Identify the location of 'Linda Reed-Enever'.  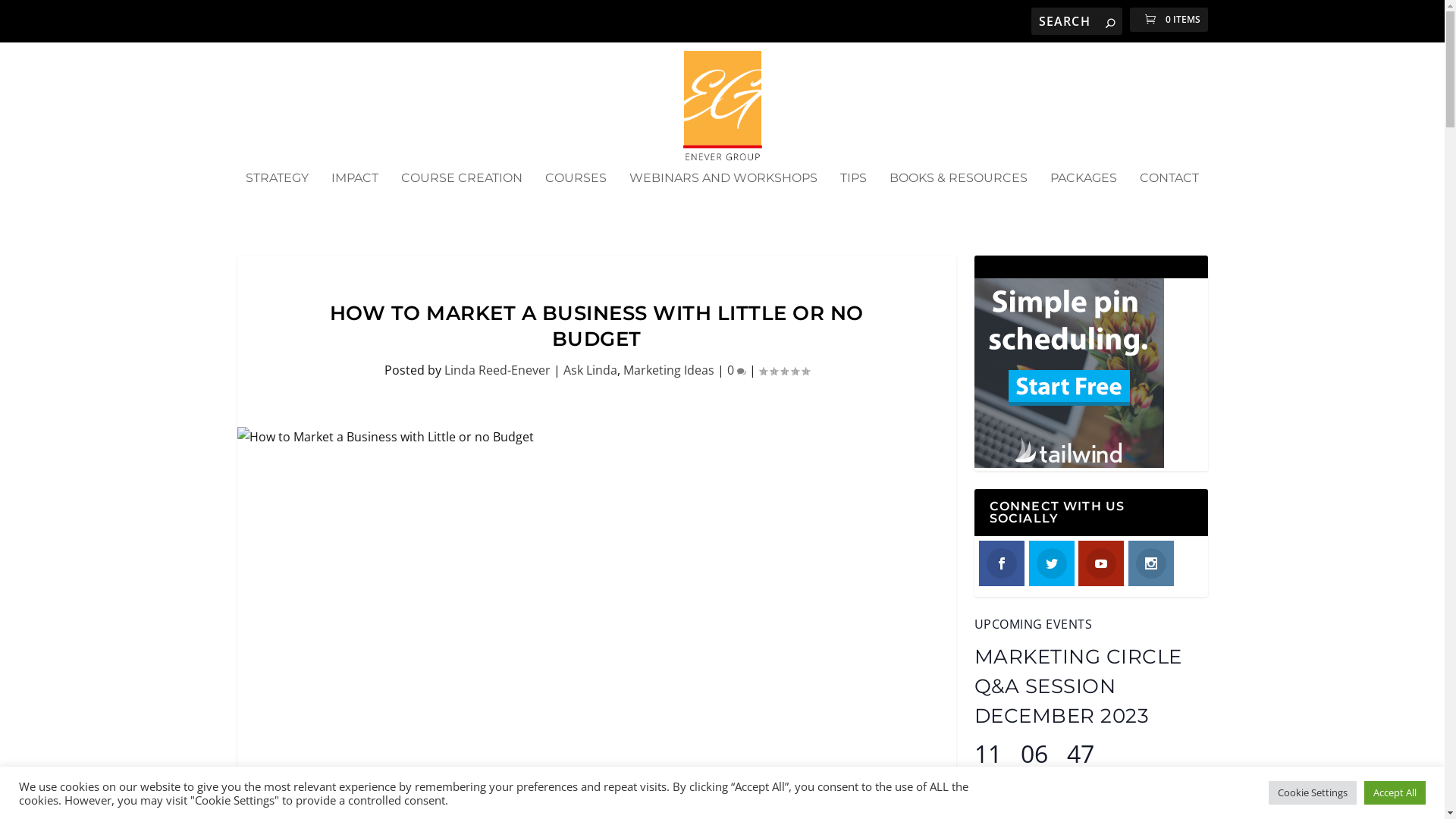
(497, 370).